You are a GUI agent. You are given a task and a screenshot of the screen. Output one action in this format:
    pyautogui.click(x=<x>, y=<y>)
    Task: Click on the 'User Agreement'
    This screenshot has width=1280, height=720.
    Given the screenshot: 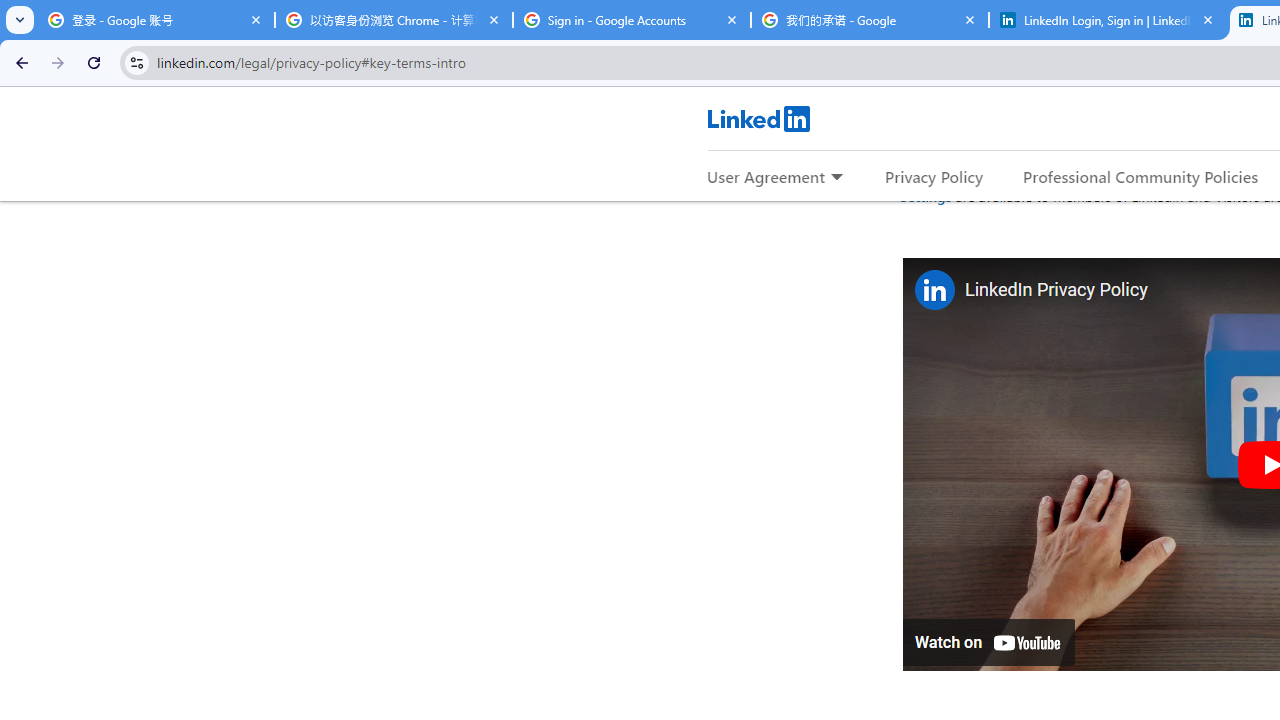 What is the action you would take?
    pyautogui.click(x=765, y=175)
    